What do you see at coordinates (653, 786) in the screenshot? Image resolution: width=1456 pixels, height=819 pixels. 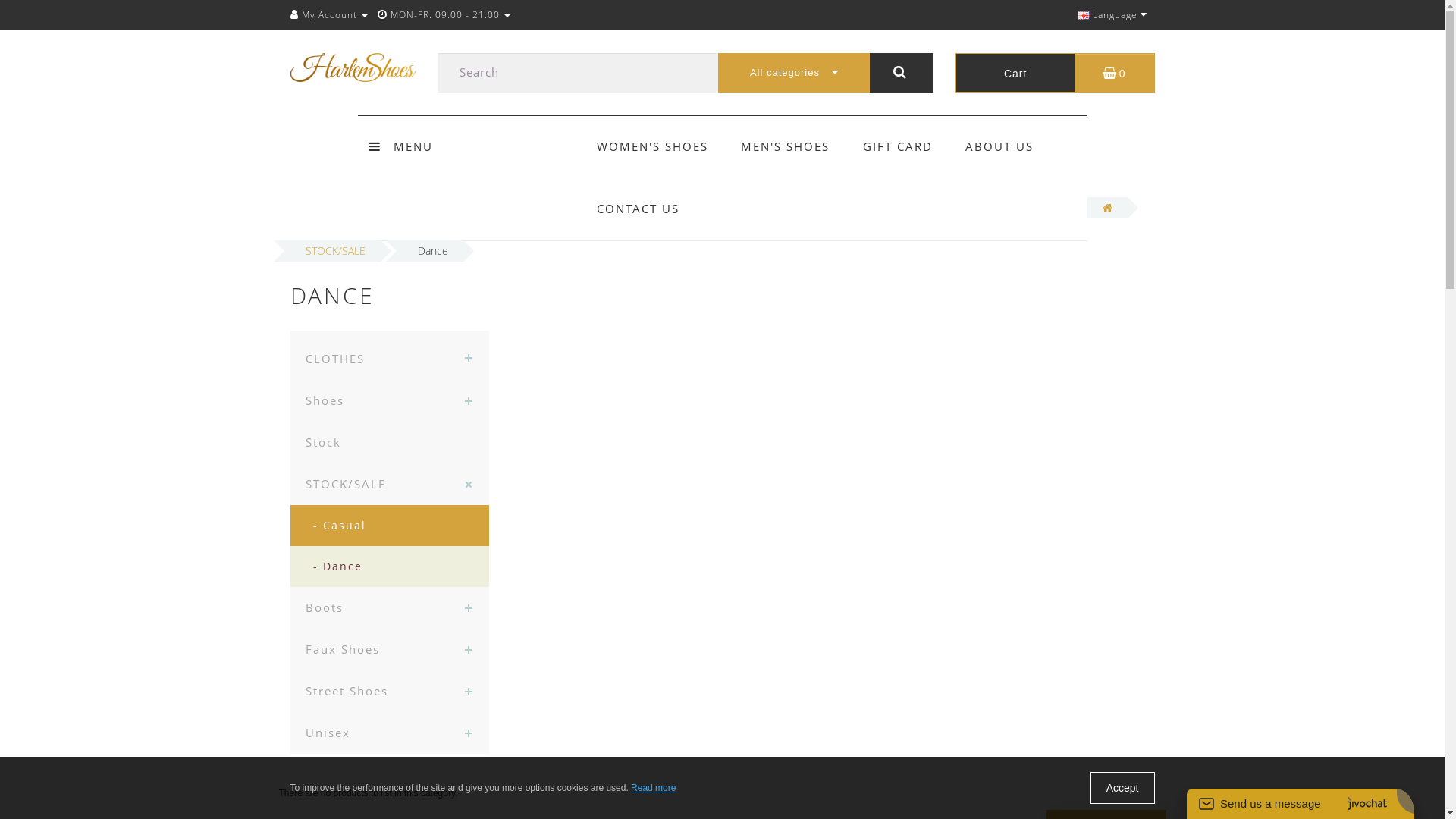 I see `'Read more'` at bounding box center [653, 786].